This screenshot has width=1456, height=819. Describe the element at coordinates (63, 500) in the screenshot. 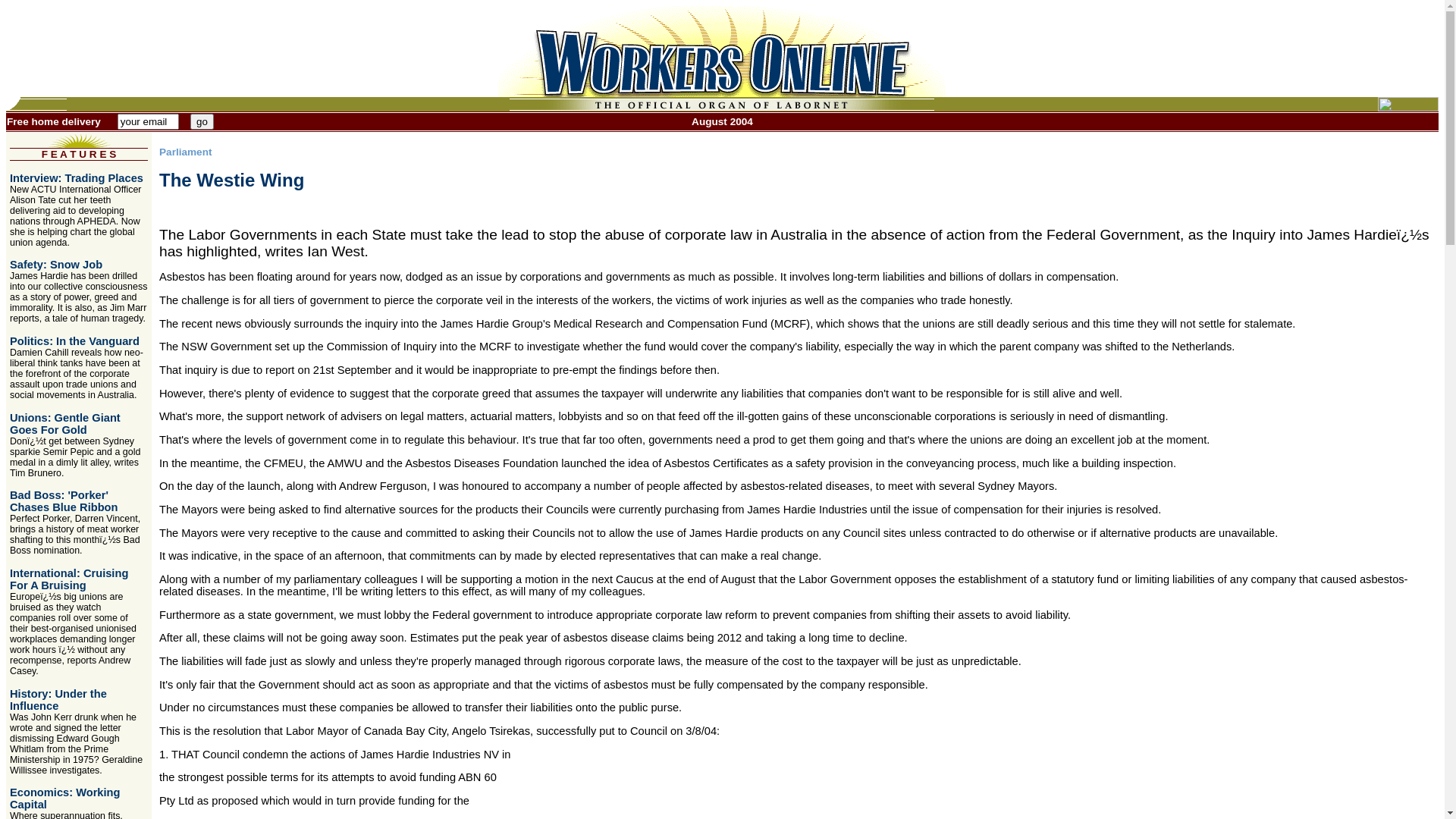

I see `'Bad Boss: 'Porker' Chases Blue Ribbon'` at that location.